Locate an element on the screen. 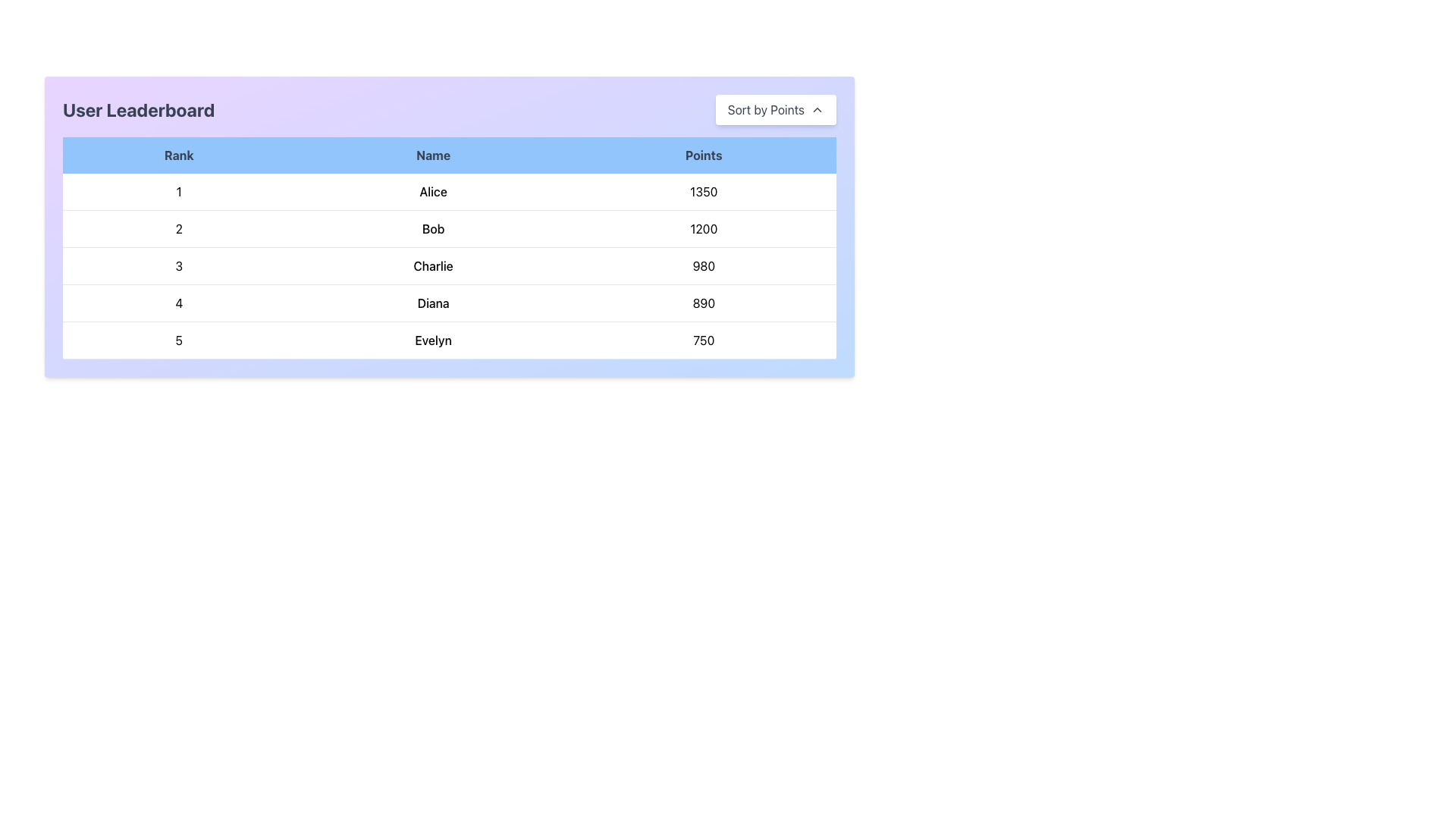 This screenshot has height=819, width=1456. text from the Text Label element displaying 'Bob' in the second row of the table under the 'Name' column is located at coordinates (432, 228).